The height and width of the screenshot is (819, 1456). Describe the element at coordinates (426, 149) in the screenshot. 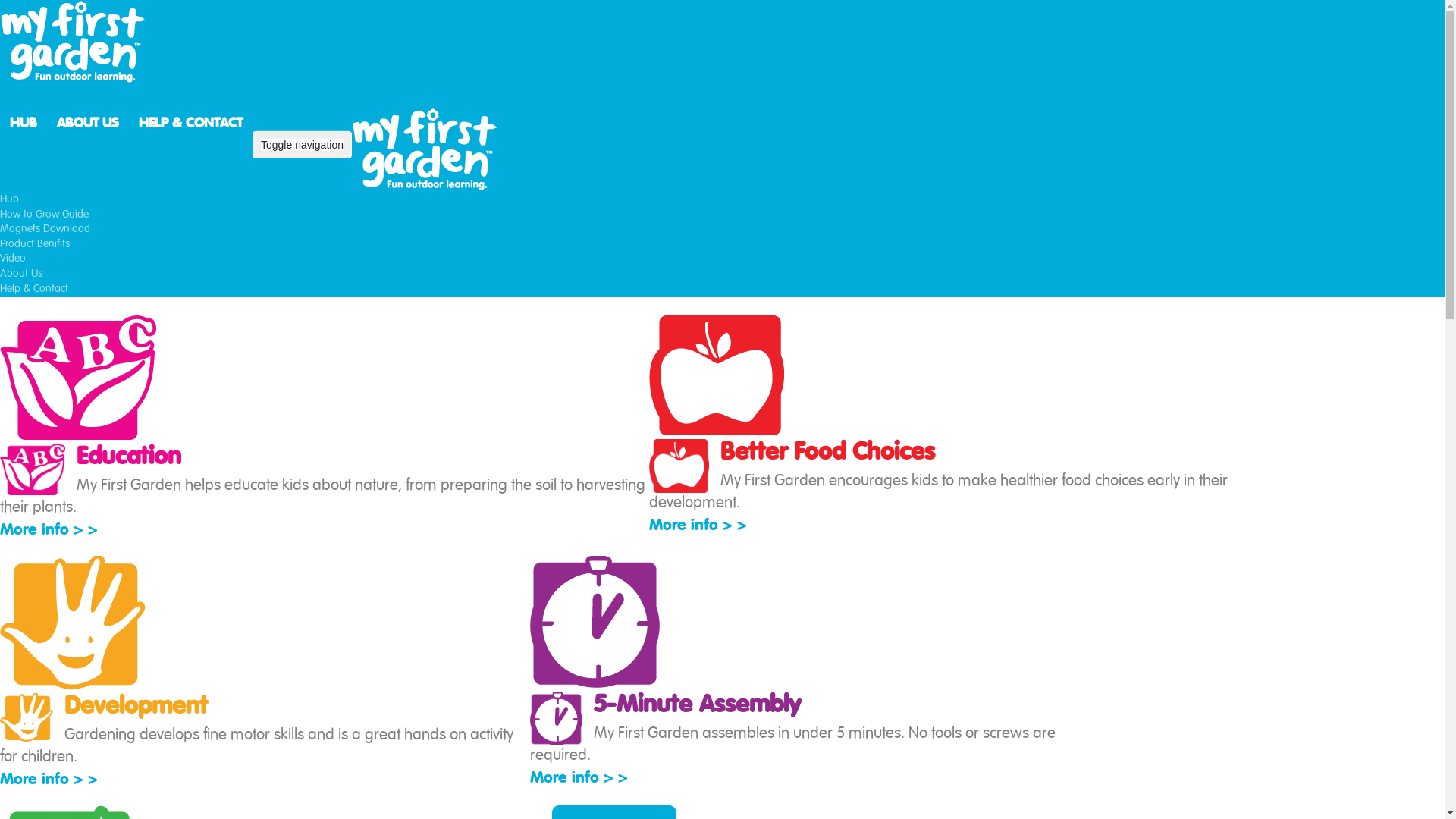

I see `'My First Garden'` at that location.